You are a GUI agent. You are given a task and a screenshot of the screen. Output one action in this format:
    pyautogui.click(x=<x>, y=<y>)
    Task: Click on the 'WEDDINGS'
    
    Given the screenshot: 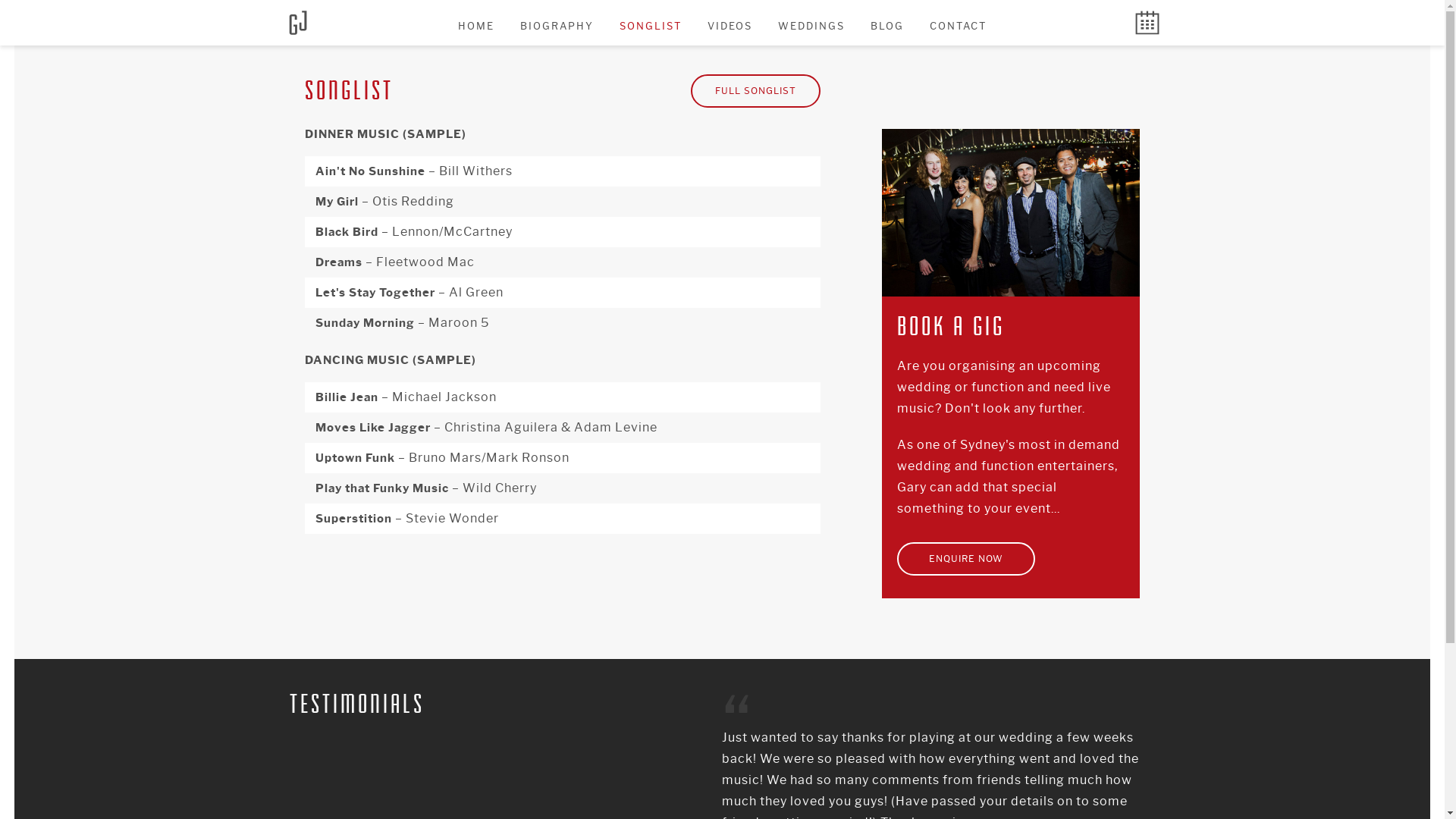 What is the action you would take?
    pyautogui.click(x=767, y=26)
    